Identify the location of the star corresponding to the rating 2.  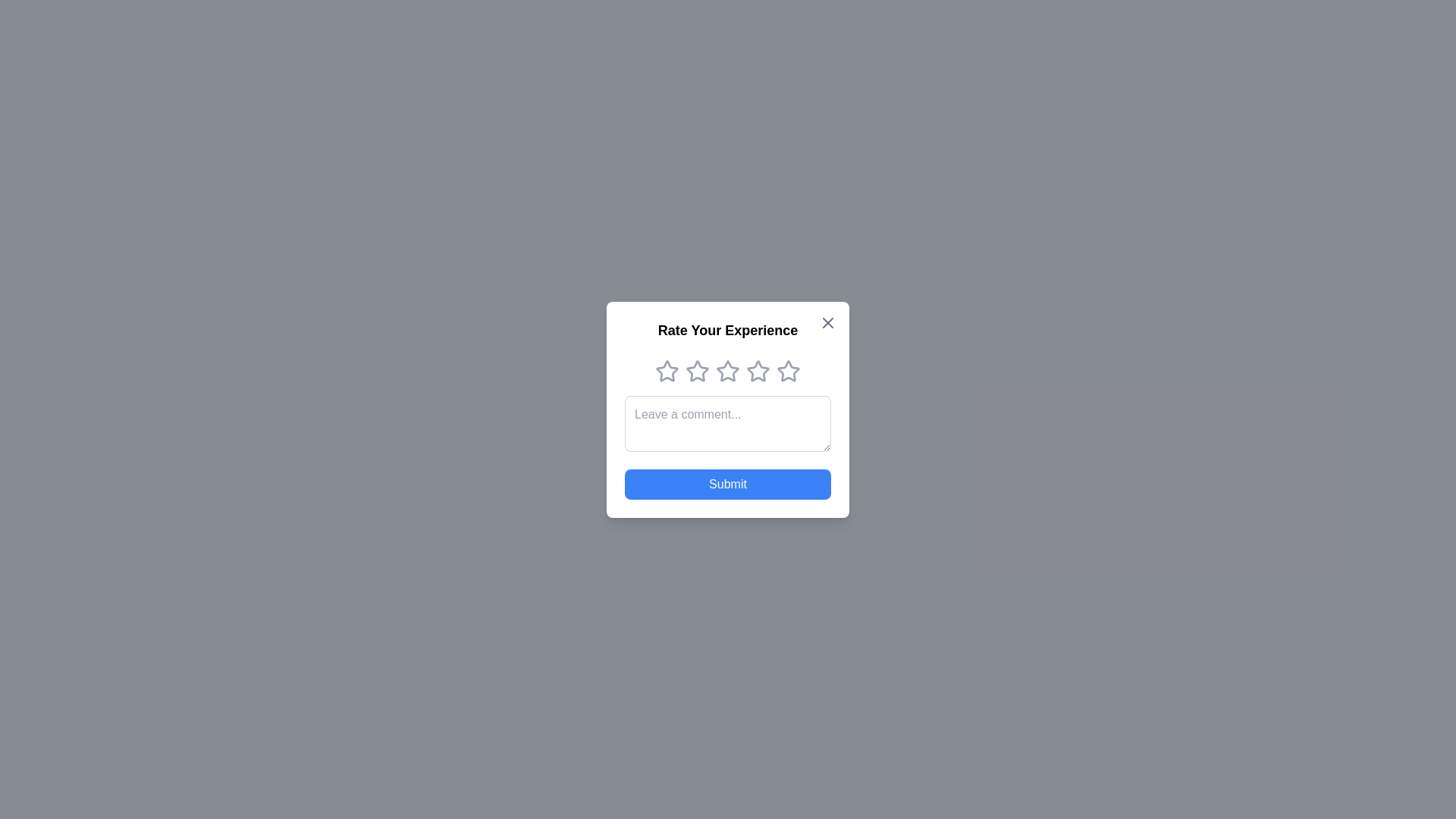
(697, 371).